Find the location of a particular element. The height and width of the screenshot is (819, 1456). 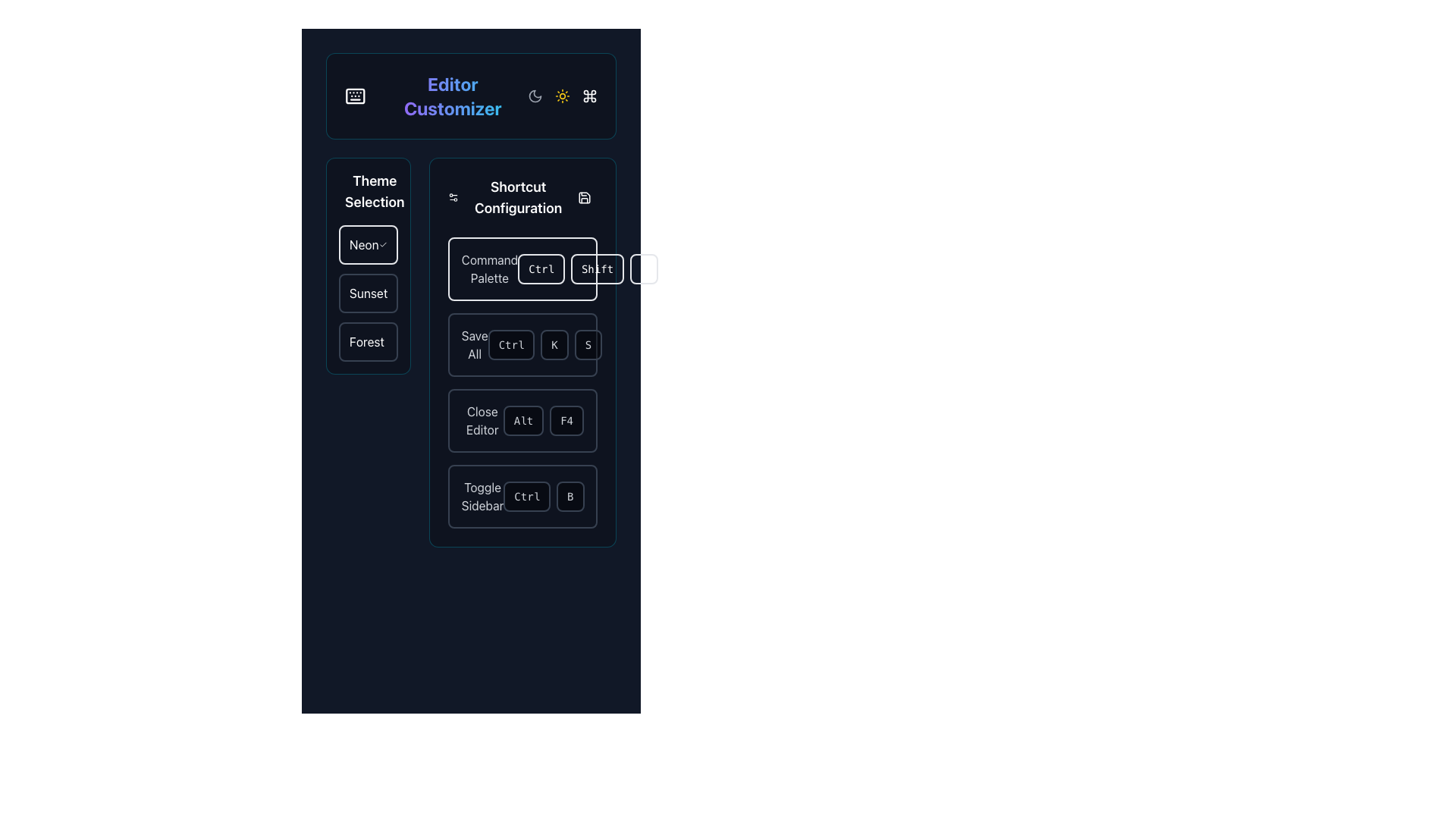

the first key in the keyboard shortcut sequence for the 'Save All' command, located in the shortcut configuration panel, which is positioned centrally in the application's interface is located at coordinates (522, 345).